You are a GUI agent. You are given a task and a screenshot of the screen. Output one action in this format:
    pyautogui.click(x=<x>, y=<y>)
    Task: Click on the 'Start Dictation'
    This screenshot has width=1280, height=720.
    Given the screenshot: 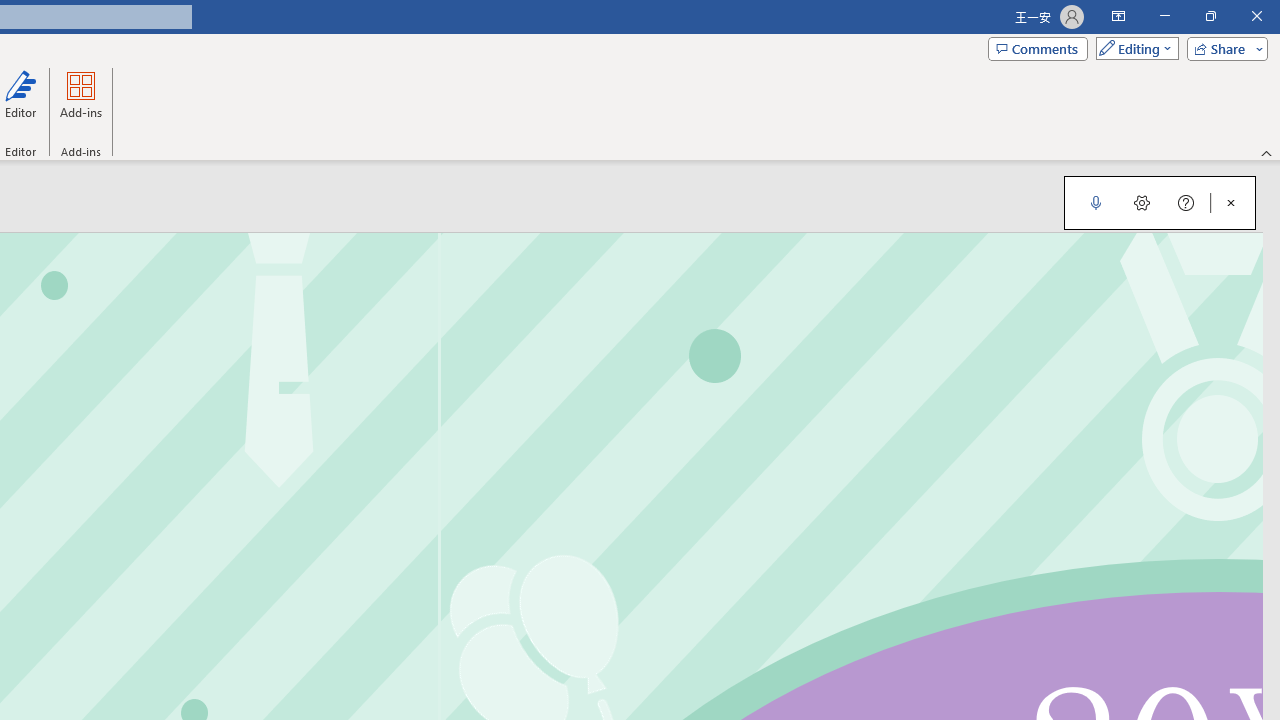 What is the action you would take?
    pyautogui.click(x=1095, y=203)
    